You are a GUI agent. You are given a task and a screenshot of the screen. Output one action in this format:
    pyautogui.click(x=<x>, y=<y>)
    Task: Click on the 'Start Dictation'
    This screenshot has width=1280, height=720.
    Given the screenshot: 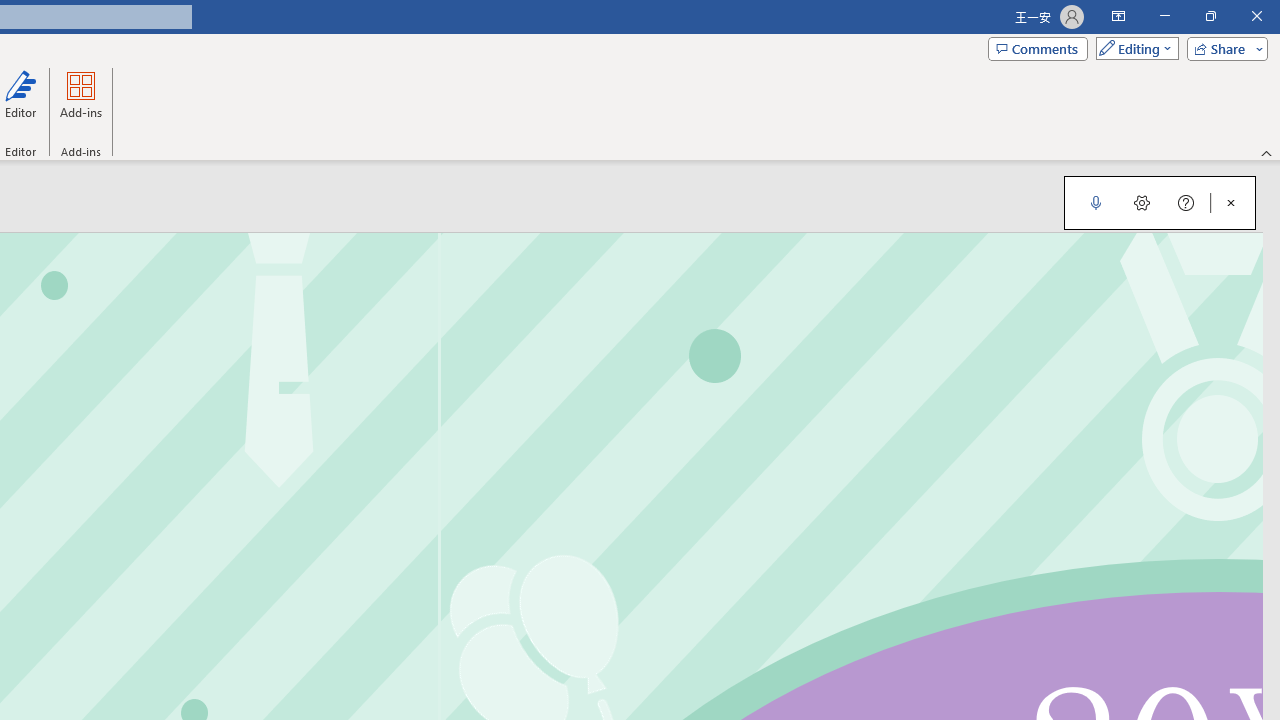 What is the action you would take?
    pyautogui.click(x=1095, y=203)
    